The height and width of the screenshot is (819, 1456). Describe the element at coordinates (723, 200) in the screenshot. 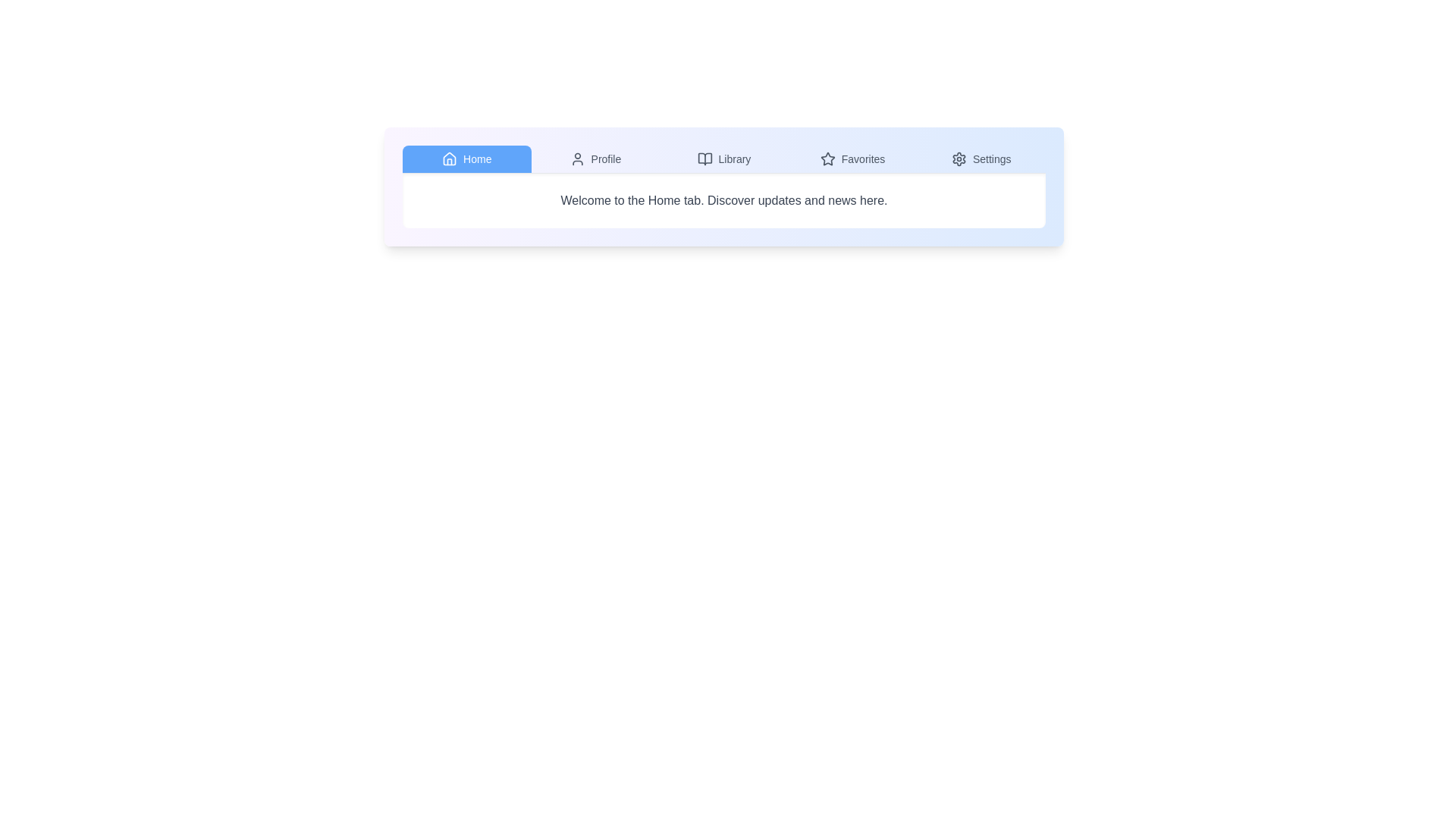

I see `the static text label that reads 'Welcome to the Home tab. Discover updates and news here.' which is centrally aligned within a white background area below the navigation bar` at that location.